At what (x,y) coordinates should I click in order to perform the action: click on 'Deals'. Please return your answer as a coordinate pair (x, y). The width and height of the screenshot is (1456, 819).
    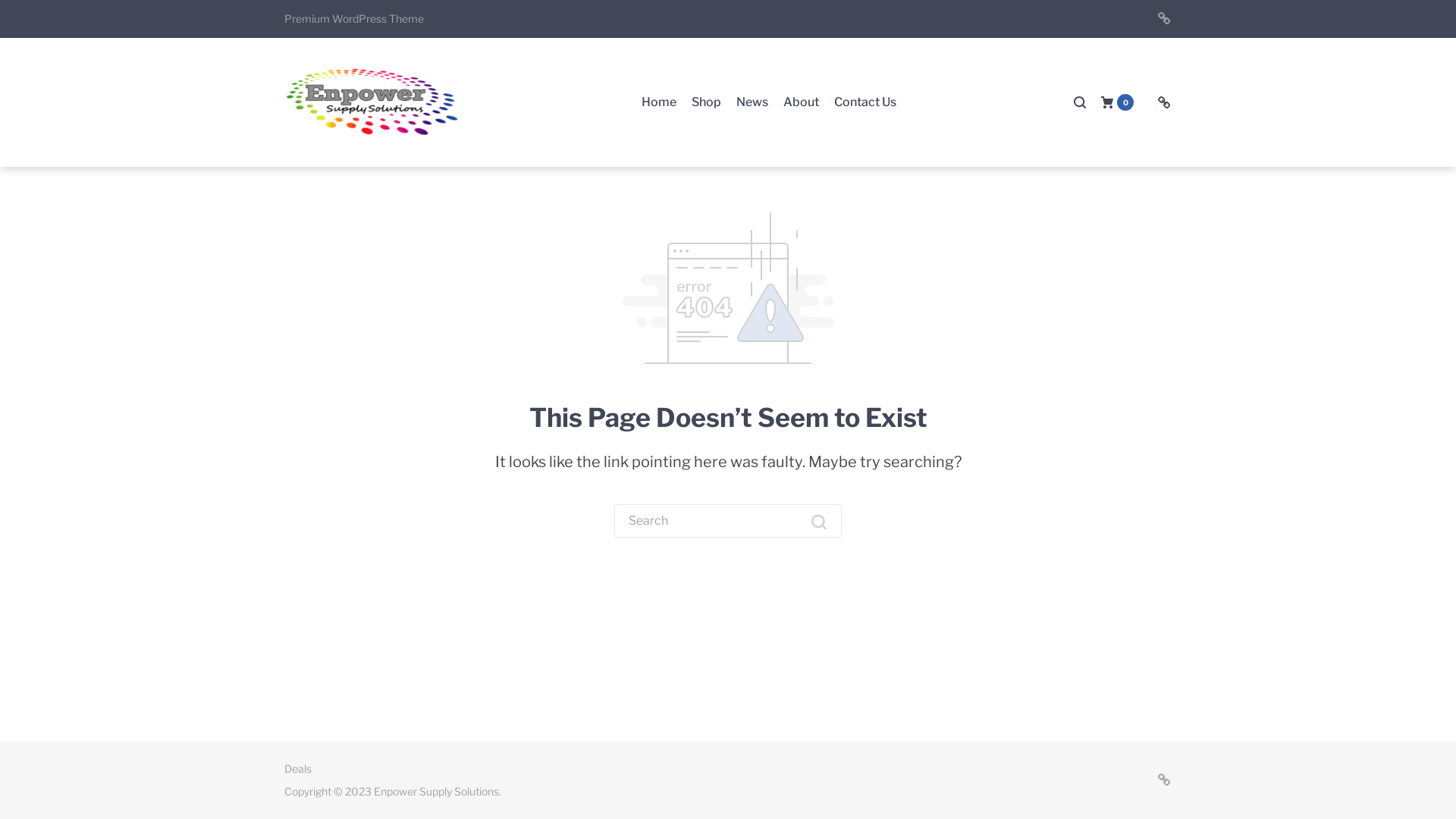
    Looking at the image, I should click on (284, 768).